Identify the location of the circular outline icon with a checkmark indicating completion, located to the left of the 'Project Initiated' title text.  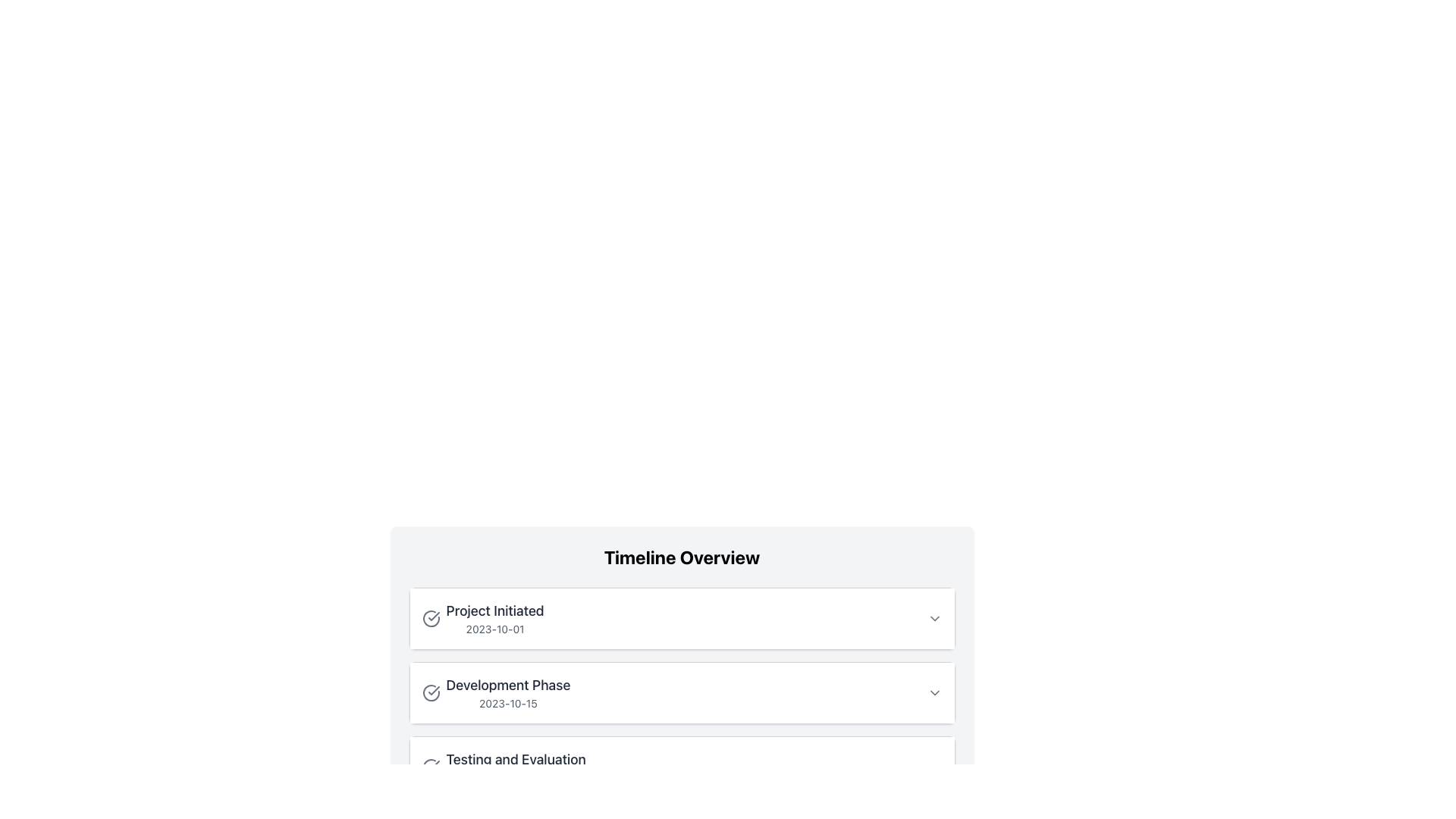
(430, 619).